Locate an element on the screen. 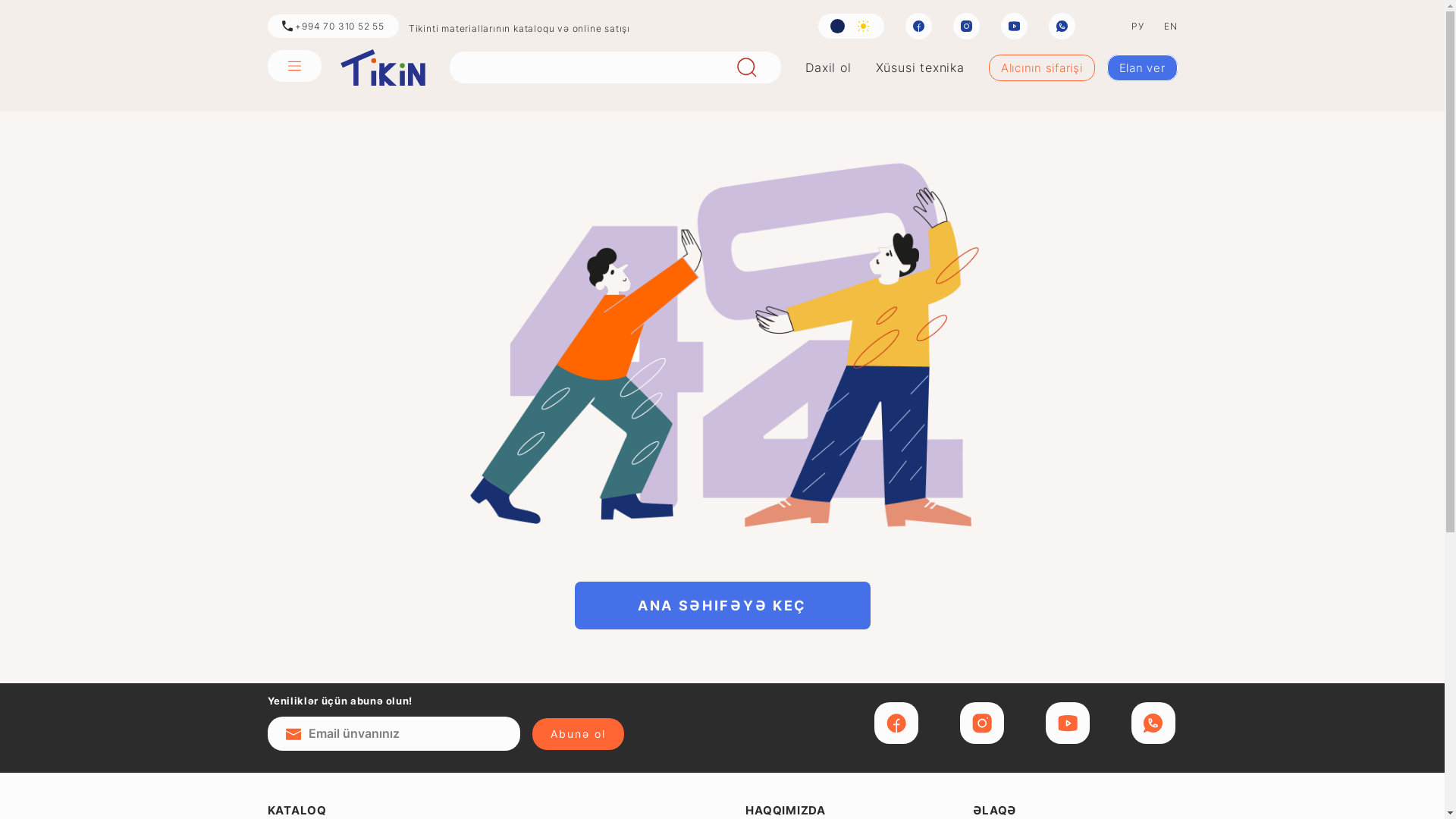 The image size is (1456, 819). 'Daxil ol' is located at coordinates (827, 66).